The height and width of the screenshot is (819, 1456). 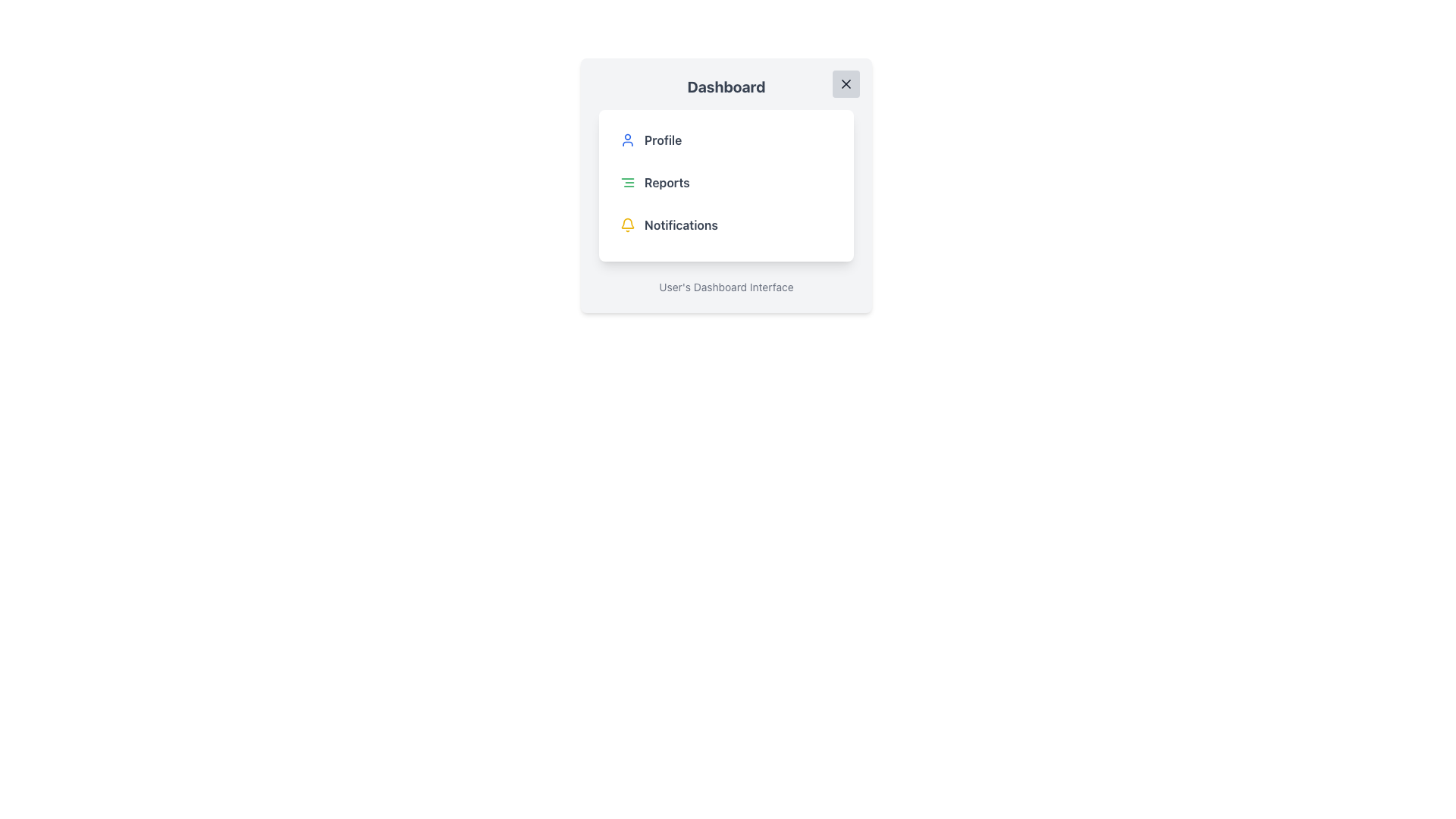 What do you see at coordinates (667, 181) in the screenshot?
I see `the 'Reports' text label element, which is the second item in the vertical menu list within the 'Dashboard' box` at bounding box center [667, 181].